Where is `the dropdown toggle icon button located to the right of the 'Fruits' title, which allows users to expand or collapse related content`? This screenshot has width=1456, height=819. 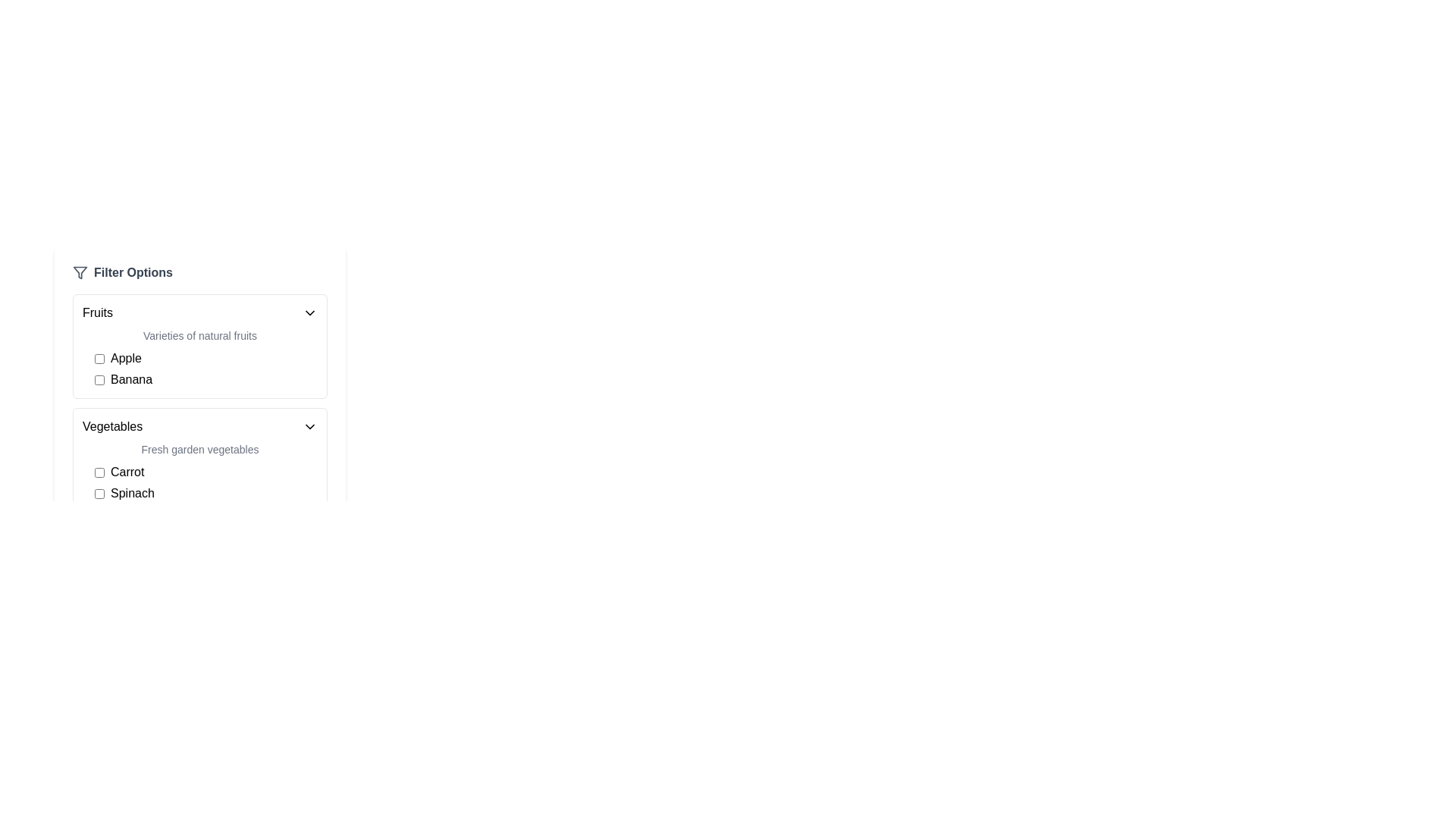
the dropdown toggle icon button located to the right of the 'Fruits' title, which allows users to expand or collapse related content is located at coordinates (309, 312).